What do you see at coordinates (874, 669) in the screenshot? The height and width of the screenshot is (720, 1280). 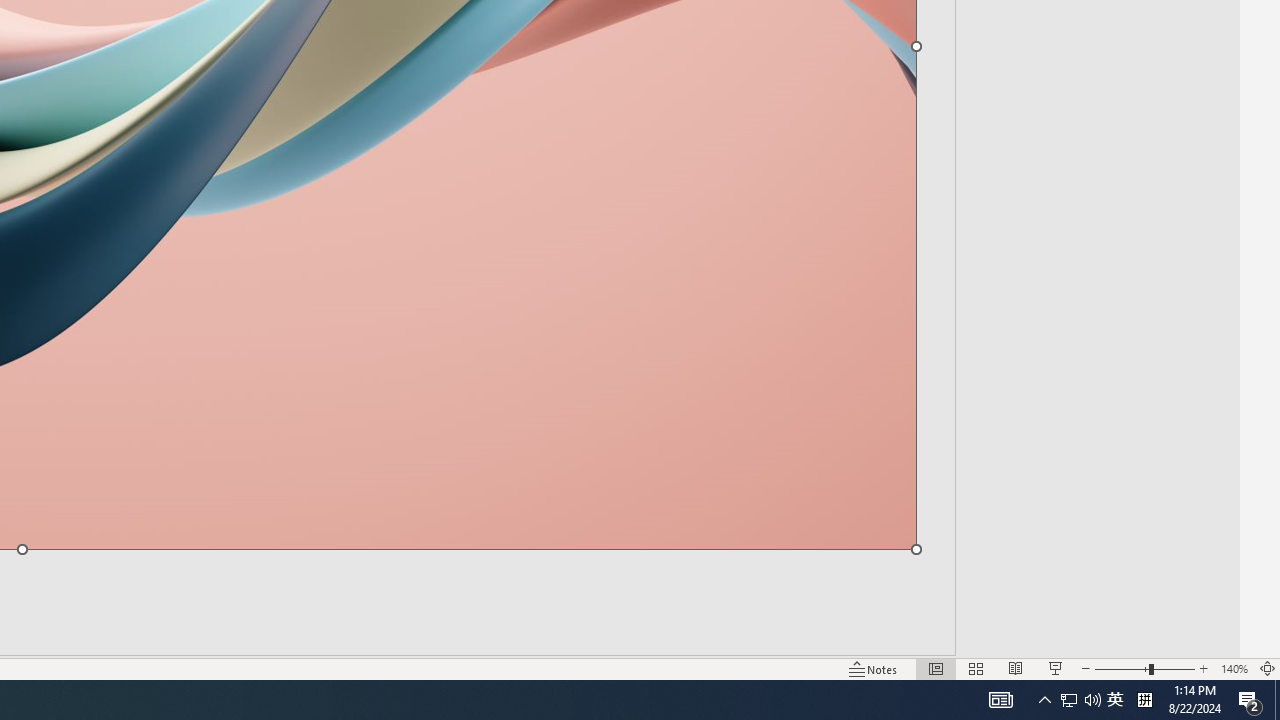 I see `'Notes '` at bounding box center [874, 669].